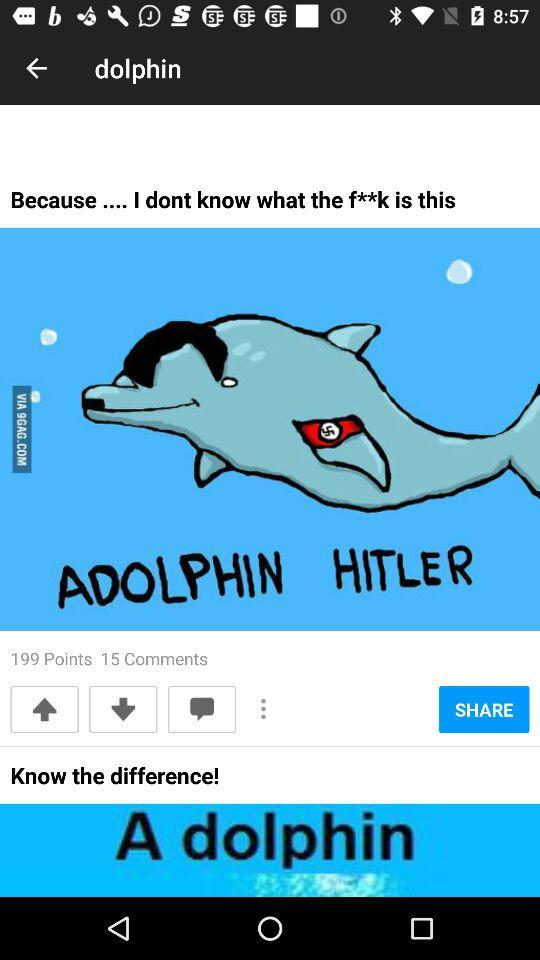 The width and height of the screenshot is (540, 960). What do you see at coordinates (202, 709) in the screenshot?
I see `the icon below 199 points 	15 icon` at bounding box center [202, 709].